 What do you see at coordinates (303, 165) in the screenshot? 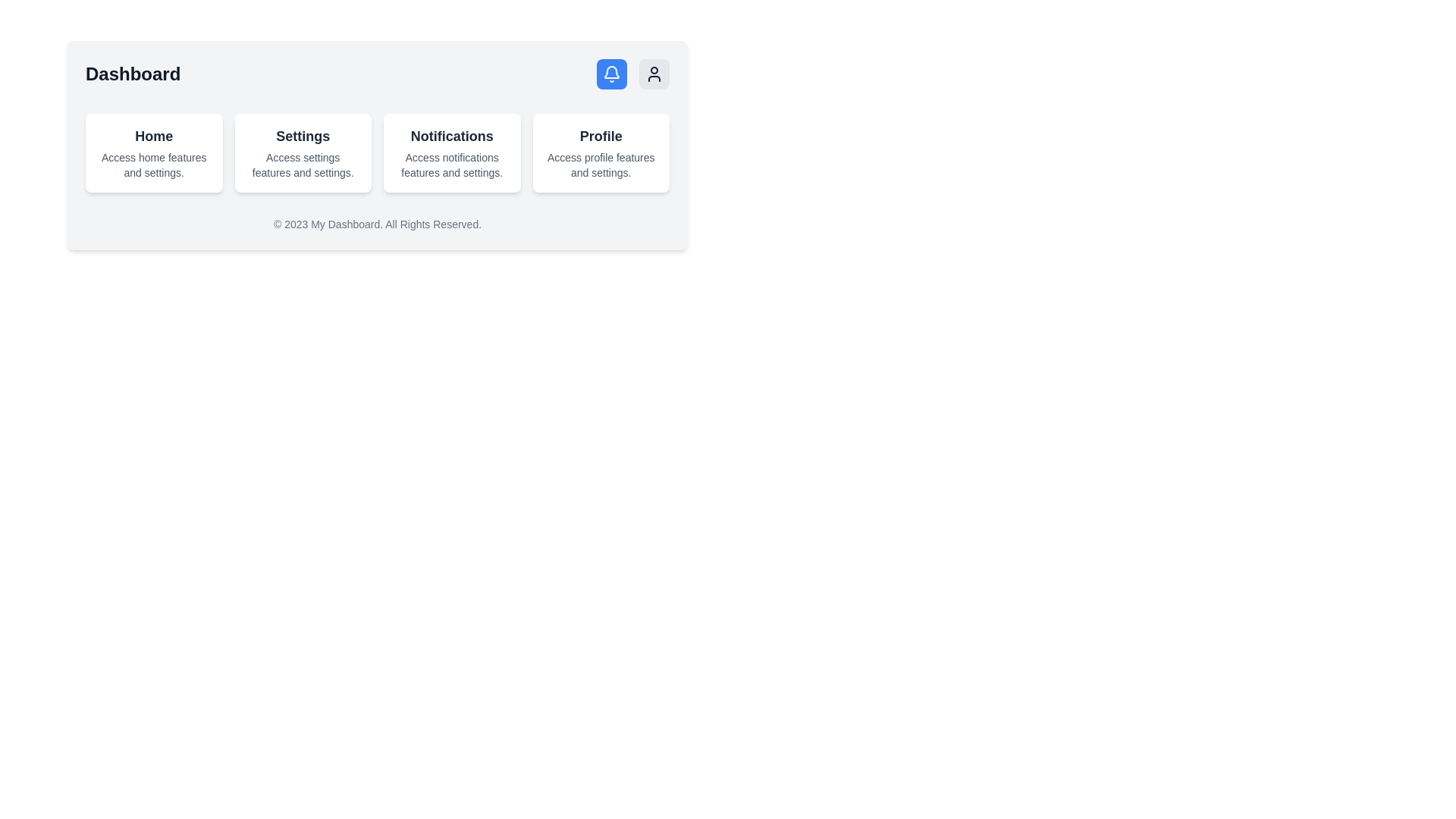
I see `the text element that reads 'Access settings features and settings.' which is styled with a smaller font and muted gray color, located directly beneath the title 'Settings' in the central column of a four-column grid layout` at bounding box center [303, 165].